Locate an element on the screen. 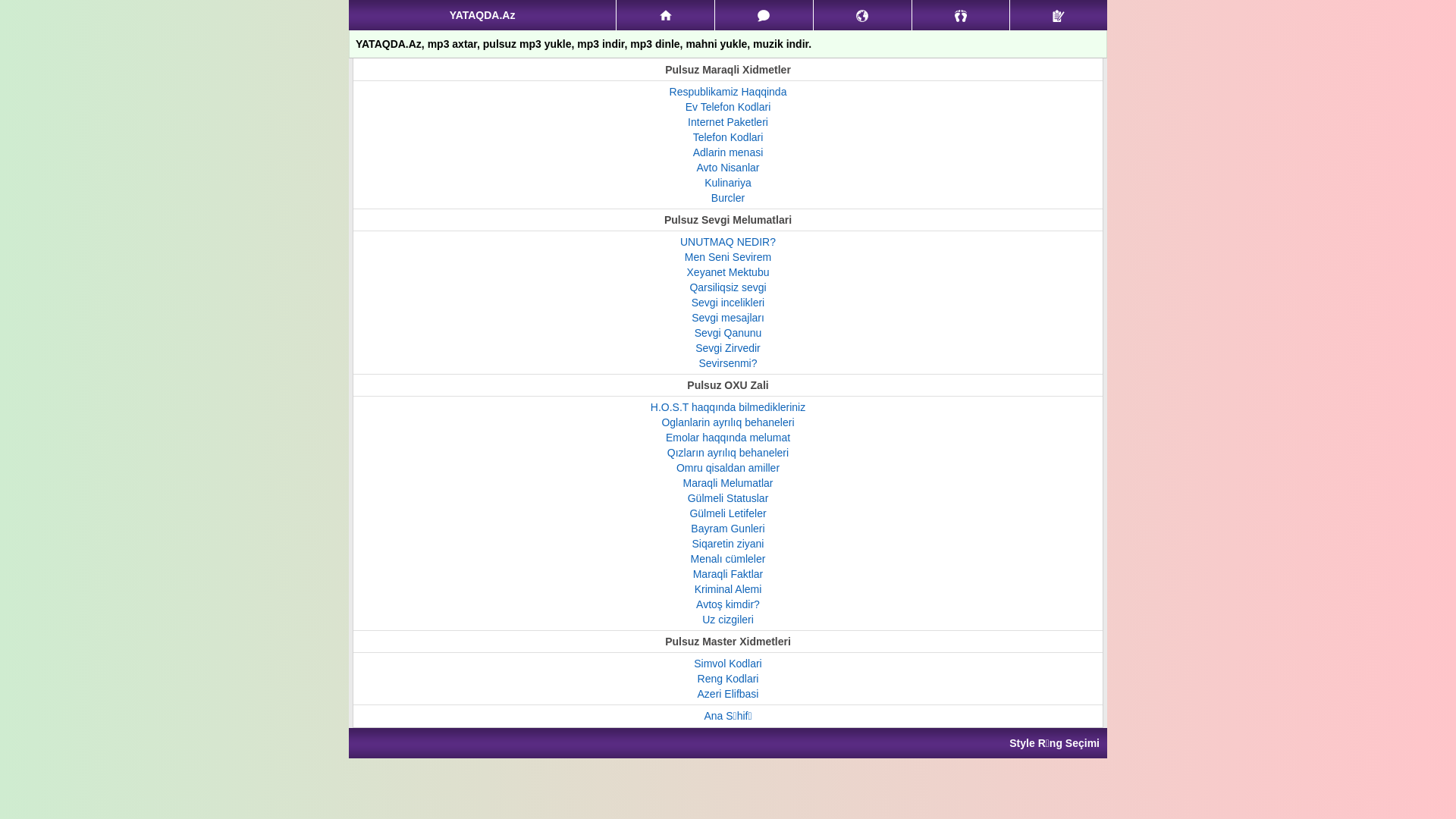  'Siqaretin ziyani' is located at coordinates (691, 543).